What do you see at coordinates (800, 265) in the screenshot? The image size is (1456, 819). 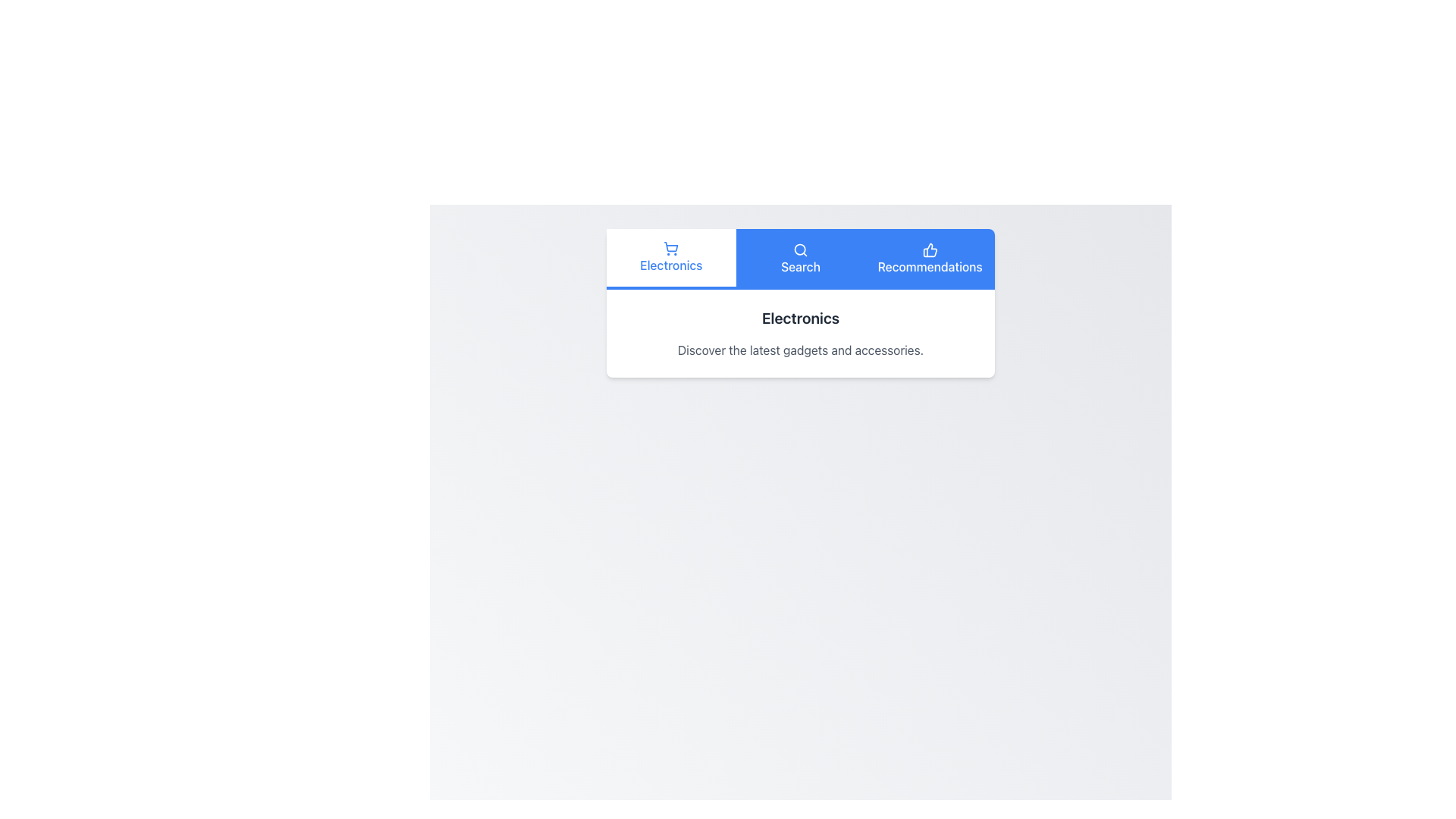 I see `the 'Search' text label, which is displayed in white font on a blue rectangular background, positioned centrally within the navigation menu` at bounding box center [800, 265].